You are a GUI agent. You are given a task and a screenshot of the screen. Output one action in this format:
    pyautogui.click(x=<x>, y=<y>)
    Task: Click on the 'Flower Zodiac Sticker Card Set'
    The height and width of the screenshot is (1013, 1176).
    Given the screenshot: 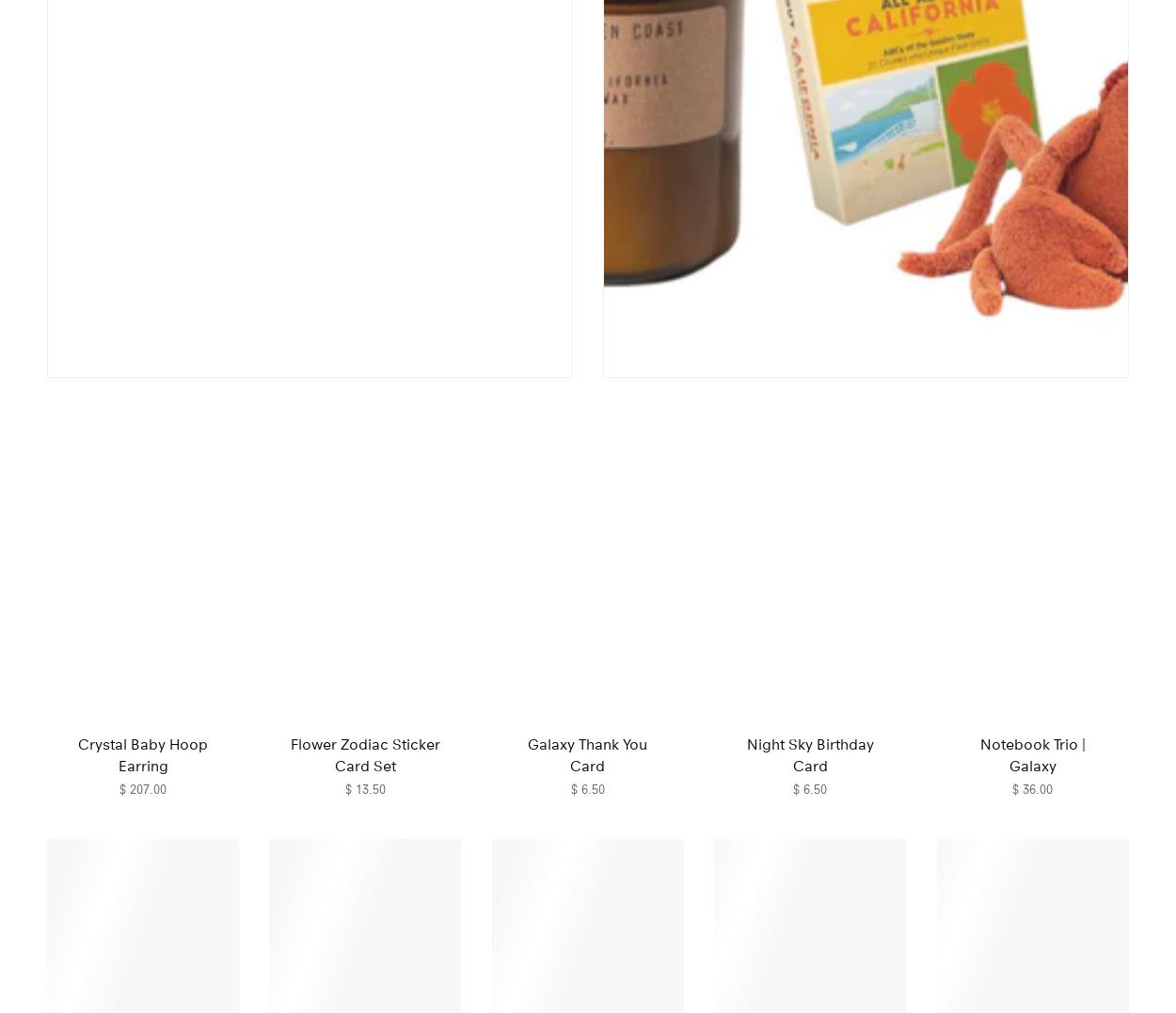 What is the action you would take?
    pyautogui.click(x=365, y=754)
    